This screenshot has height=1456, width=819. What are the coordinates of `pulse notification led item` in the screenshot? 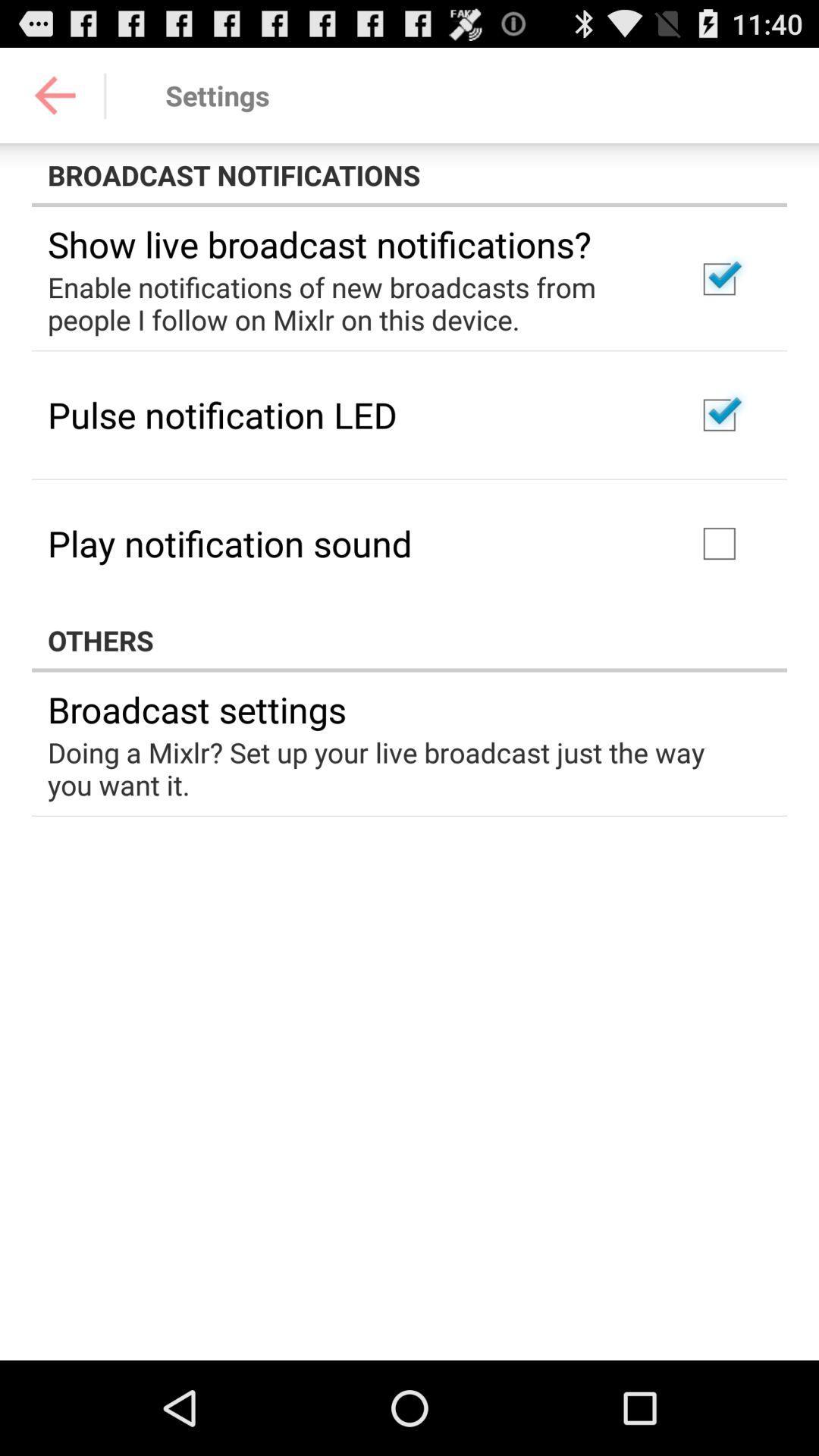 It's located at (222, 415).